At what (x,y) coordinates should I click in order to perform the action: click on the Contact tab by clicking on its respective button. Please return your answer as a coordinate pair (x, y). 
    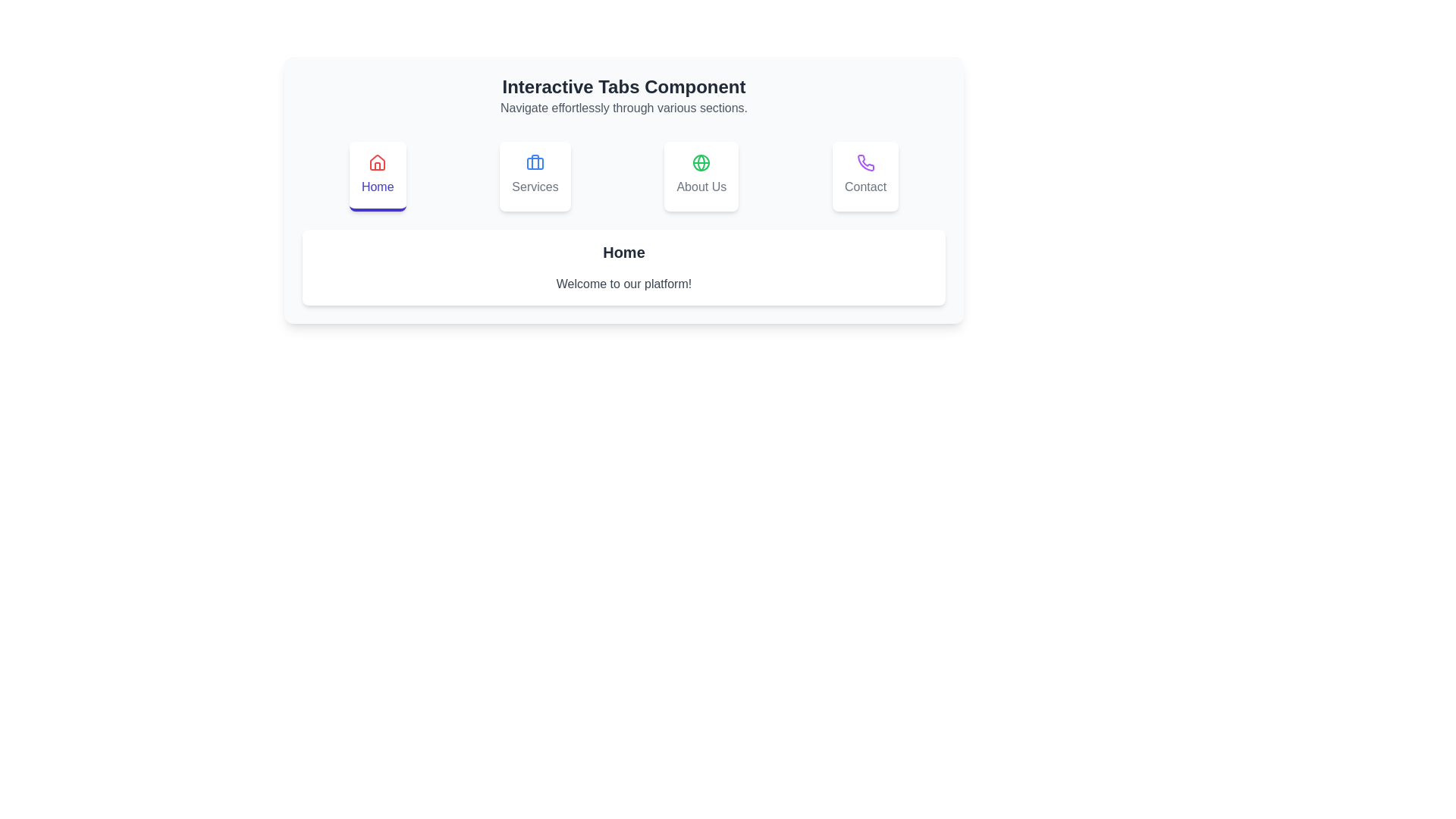
    Looking at the image, I should click on (866, 175).